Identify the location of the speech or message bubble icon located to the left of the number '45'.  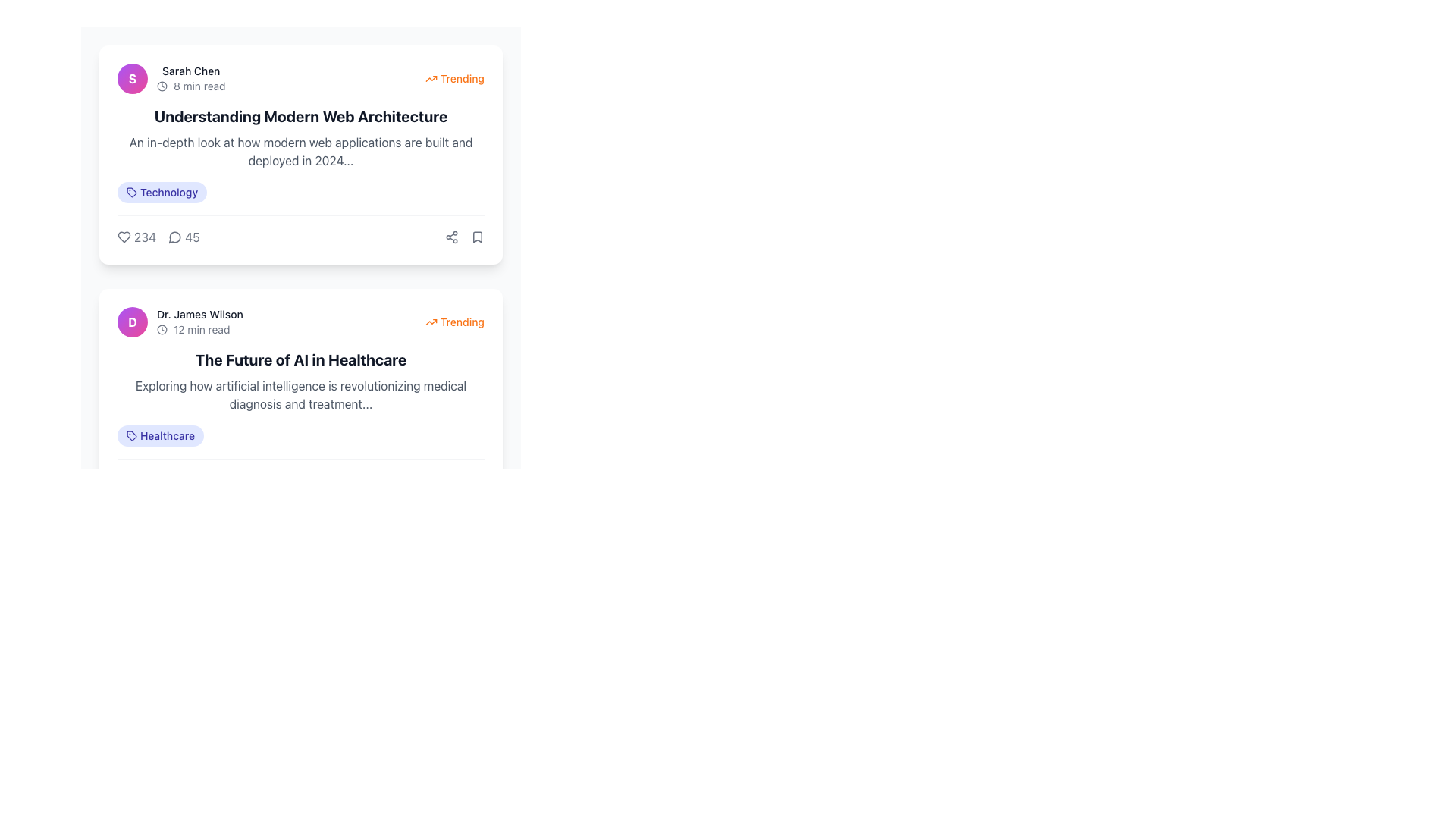
(174, 237).